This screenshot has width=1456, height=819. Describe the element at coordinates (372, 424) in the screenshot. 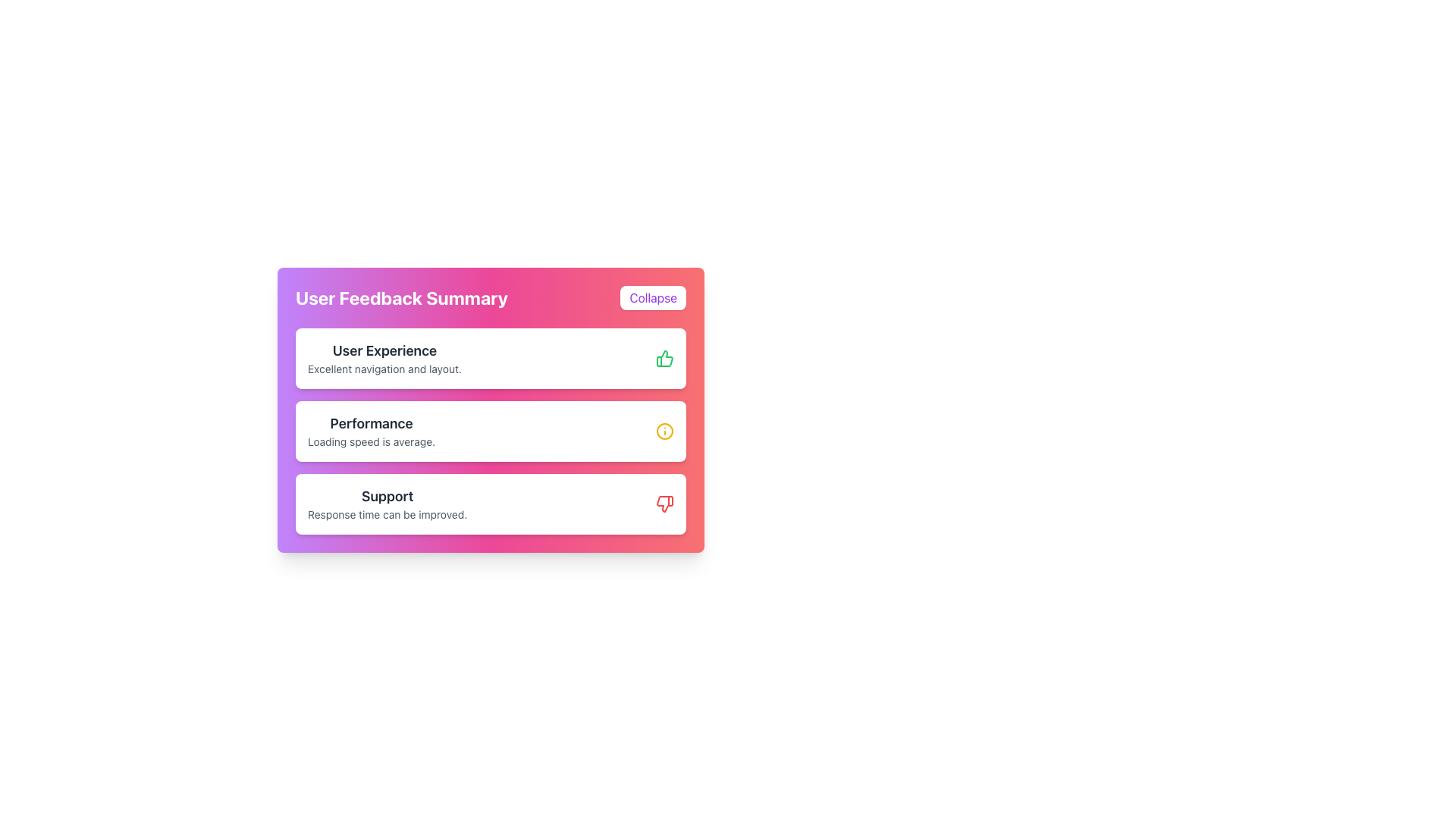

I see `the static text label that acts as a title or category heading for the feedback content, positioned above the text 'Loading speed is average.'` at that location.